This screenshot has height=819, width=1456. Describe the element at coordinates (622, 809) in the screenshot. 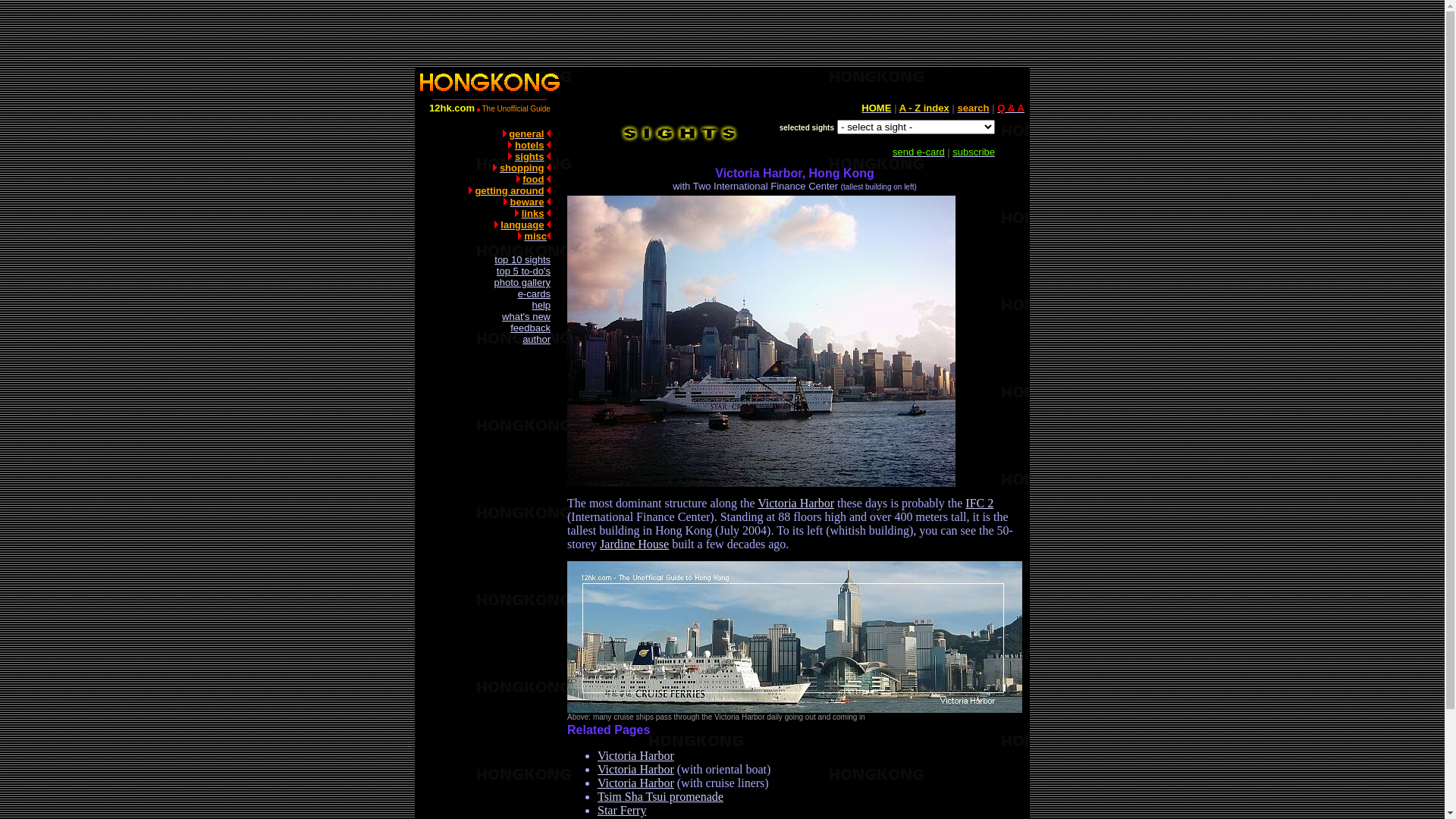

I see `'Star Ferry'` at that location.